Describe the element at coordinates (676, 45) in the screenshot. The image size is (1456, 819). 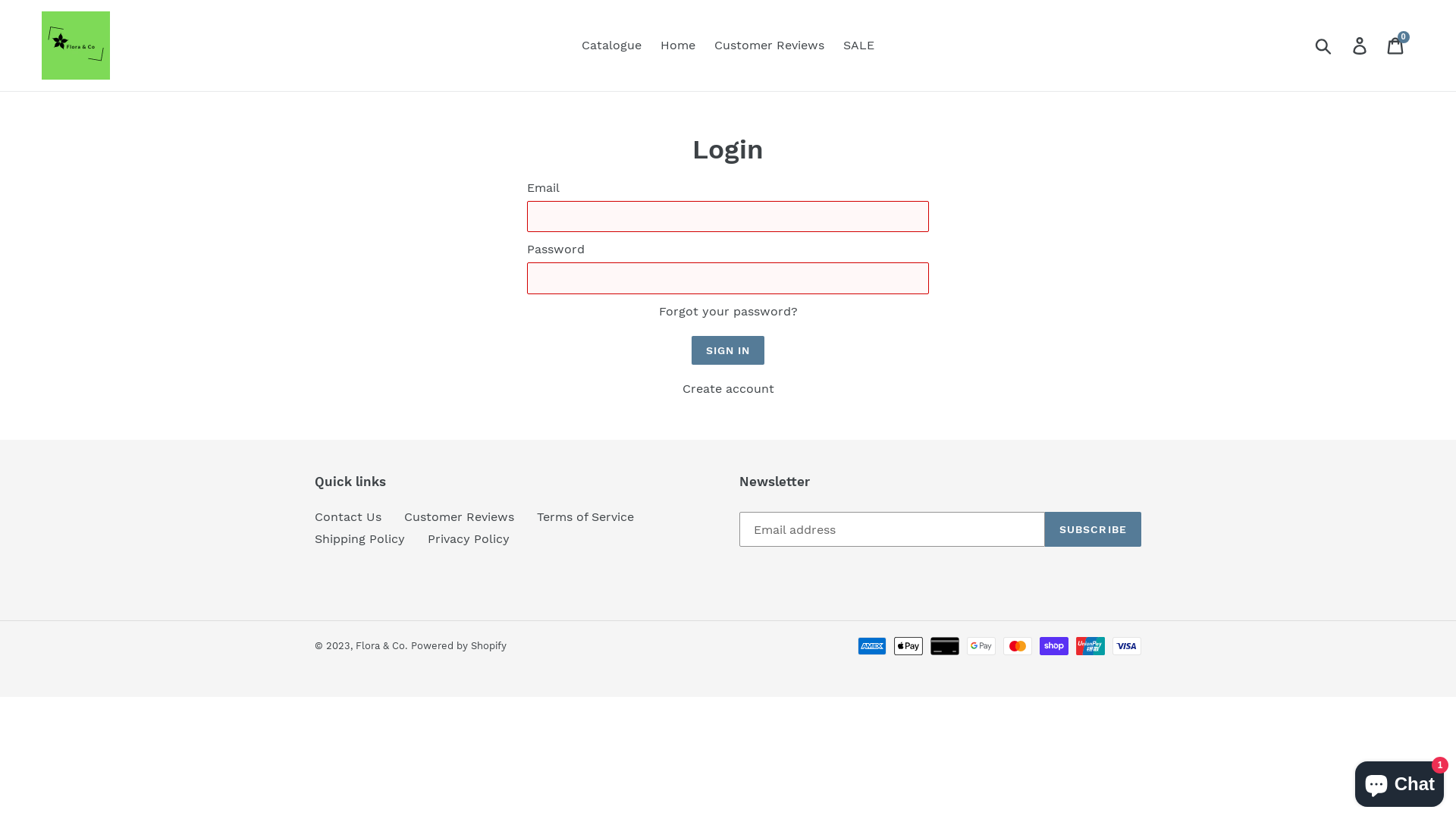
I see `'Home'` at that location.